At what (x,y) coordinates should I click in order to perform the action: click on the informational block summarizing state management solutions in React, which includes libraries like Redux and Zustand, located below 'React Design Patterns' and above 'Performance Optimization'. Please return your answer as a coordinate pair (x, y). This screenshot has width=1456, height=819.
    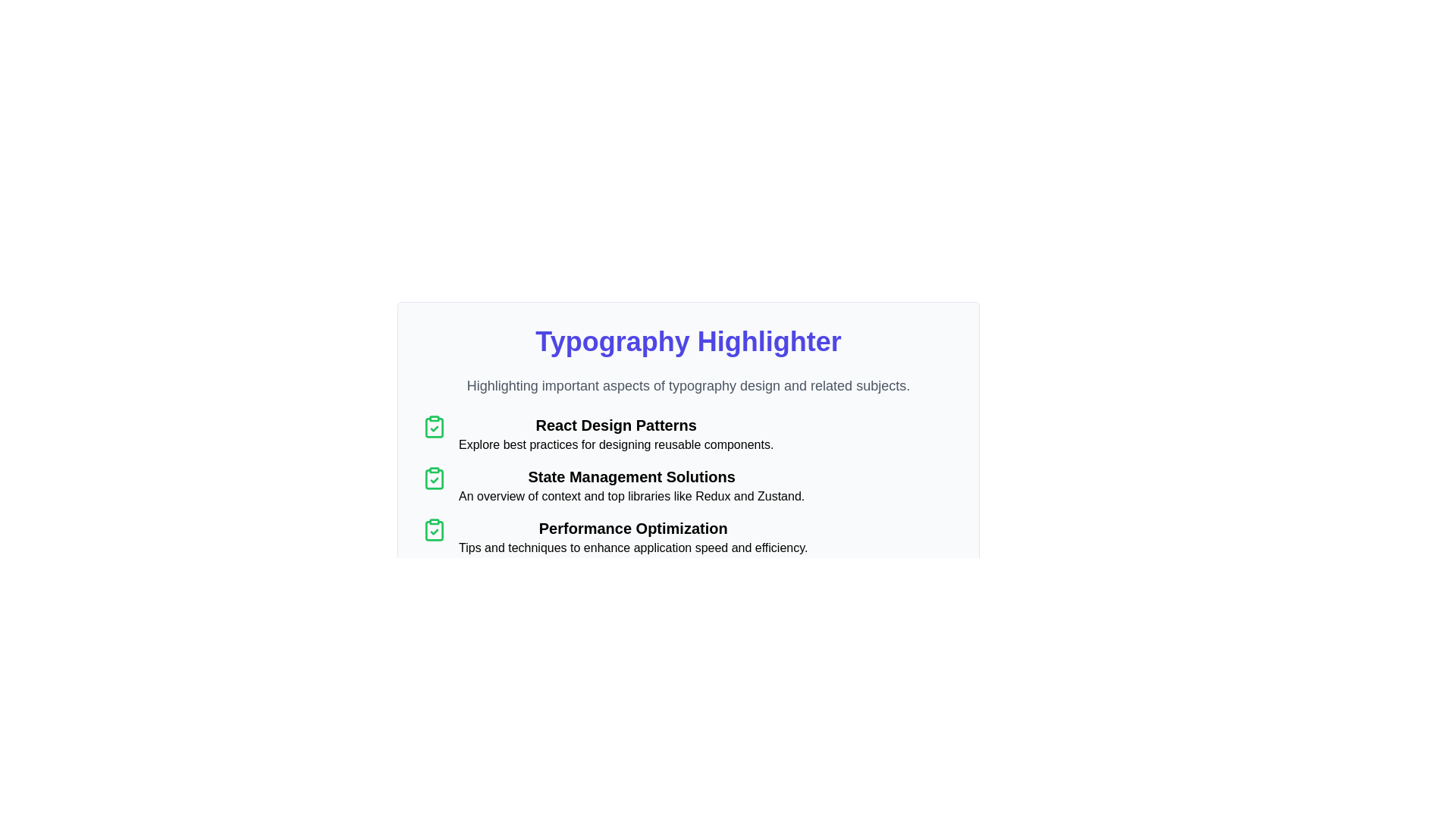
    Looking at the image, I should click on (687, 485).